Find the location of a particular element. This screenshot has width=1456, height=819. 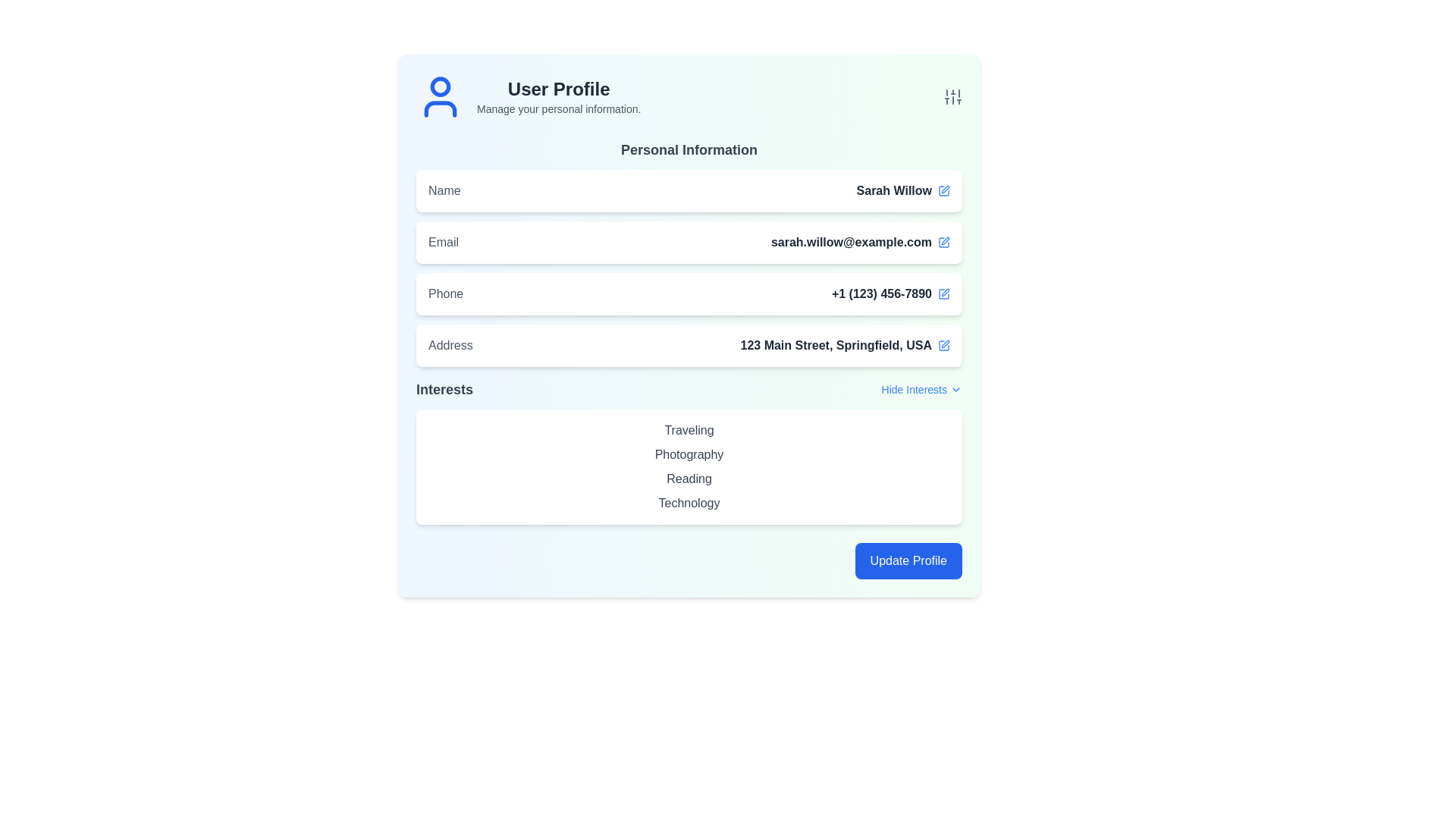

the small blue square icon with a pen symbol located in the 'Personal Information' section, immediately to the right of the text 'Sarah Willow' is located at coordinates (943, 190).